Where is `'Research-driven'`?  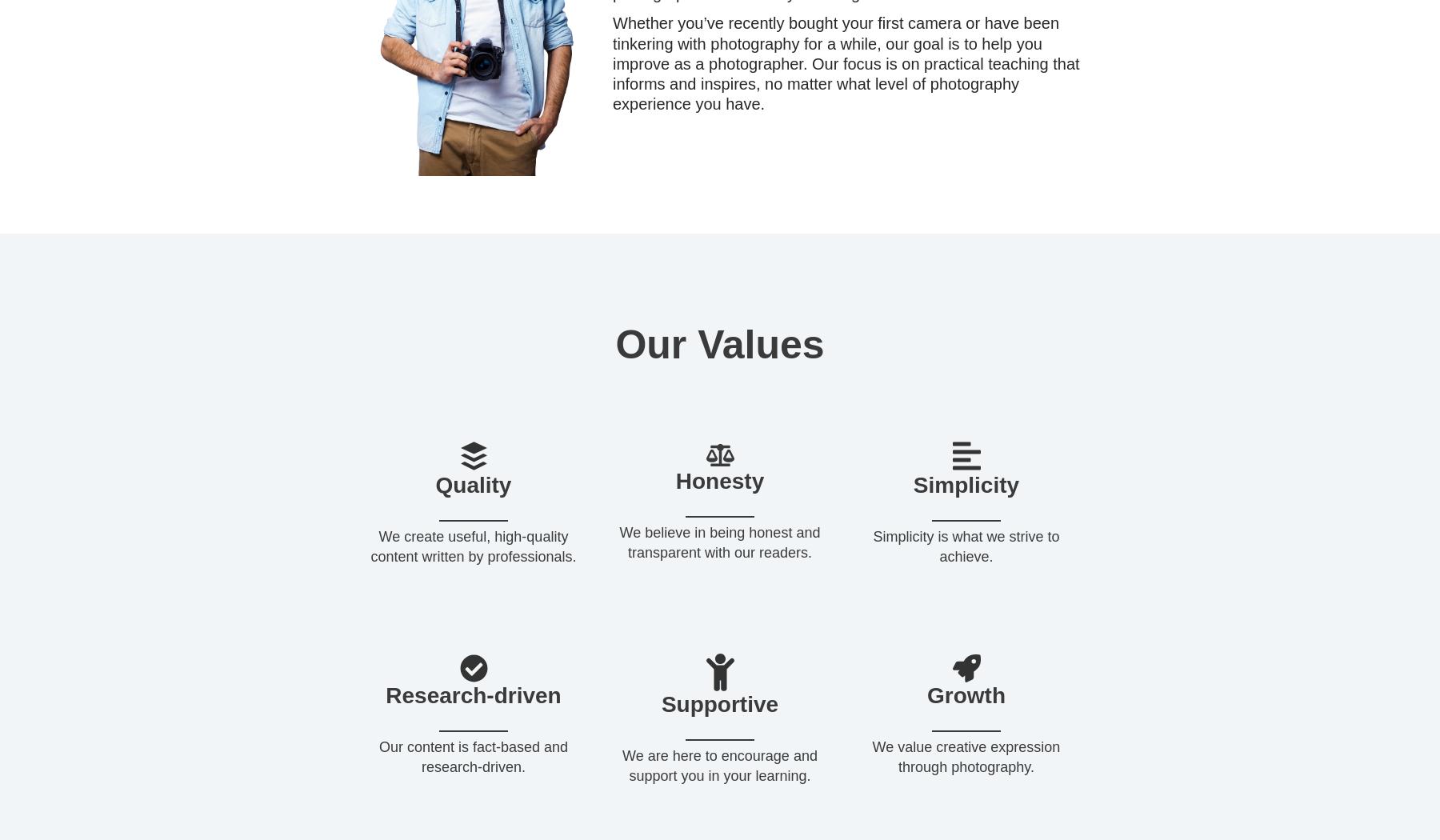 'Research-driven' is located at coordinates (385, 694).